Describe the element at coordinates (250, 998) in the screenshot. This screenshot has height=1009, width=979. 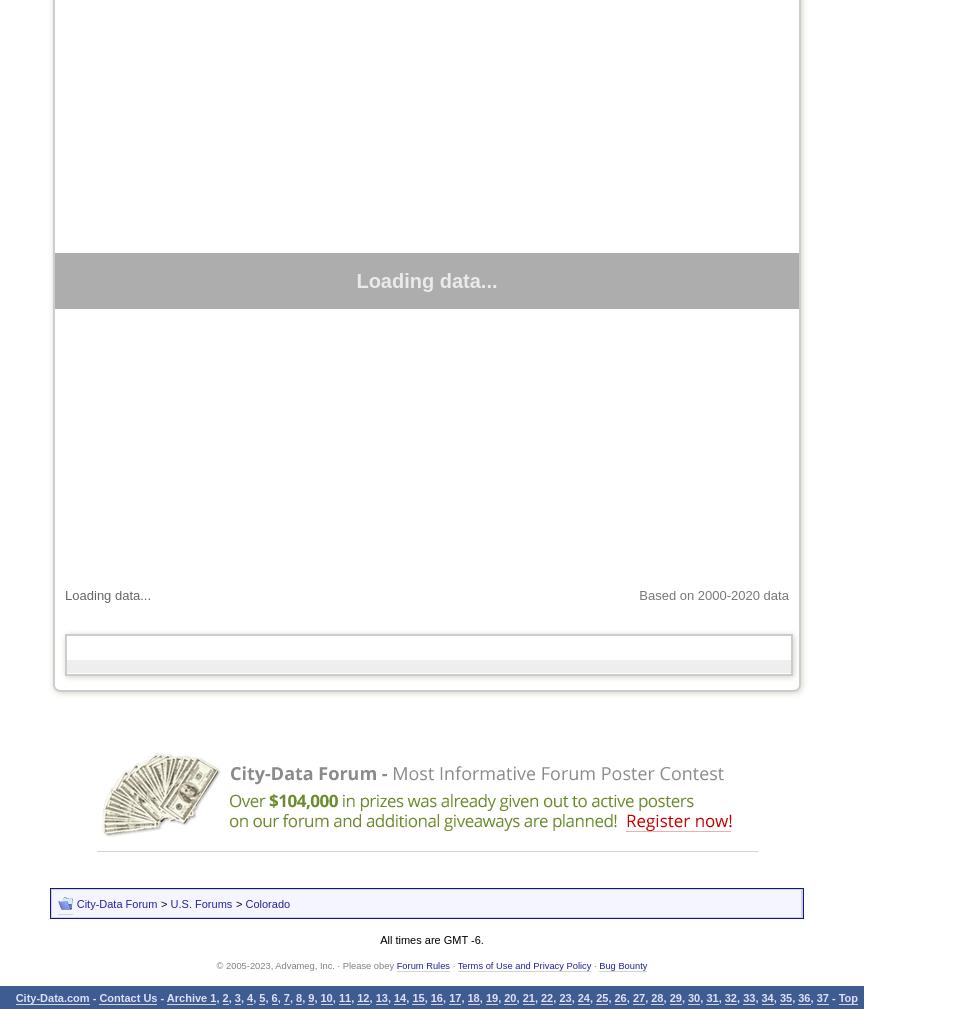
I see `'4'` at that location.